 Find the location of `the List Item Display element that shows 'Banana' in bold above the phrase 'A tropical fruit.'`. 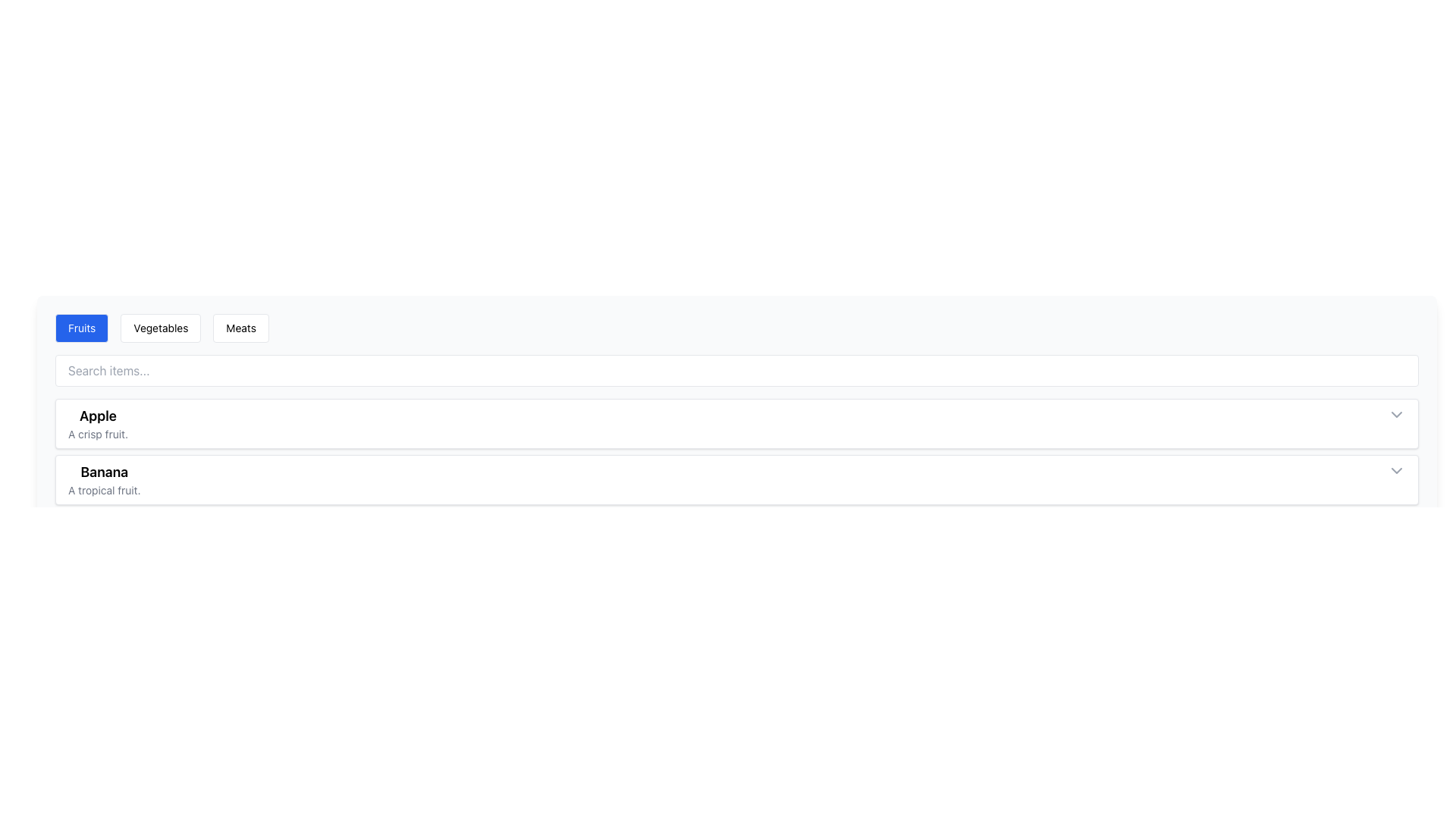

the List Item Display element that shows 'Banana' in bold above the phrase 'A tropical fruit.' is located at coordinates (103, 479).